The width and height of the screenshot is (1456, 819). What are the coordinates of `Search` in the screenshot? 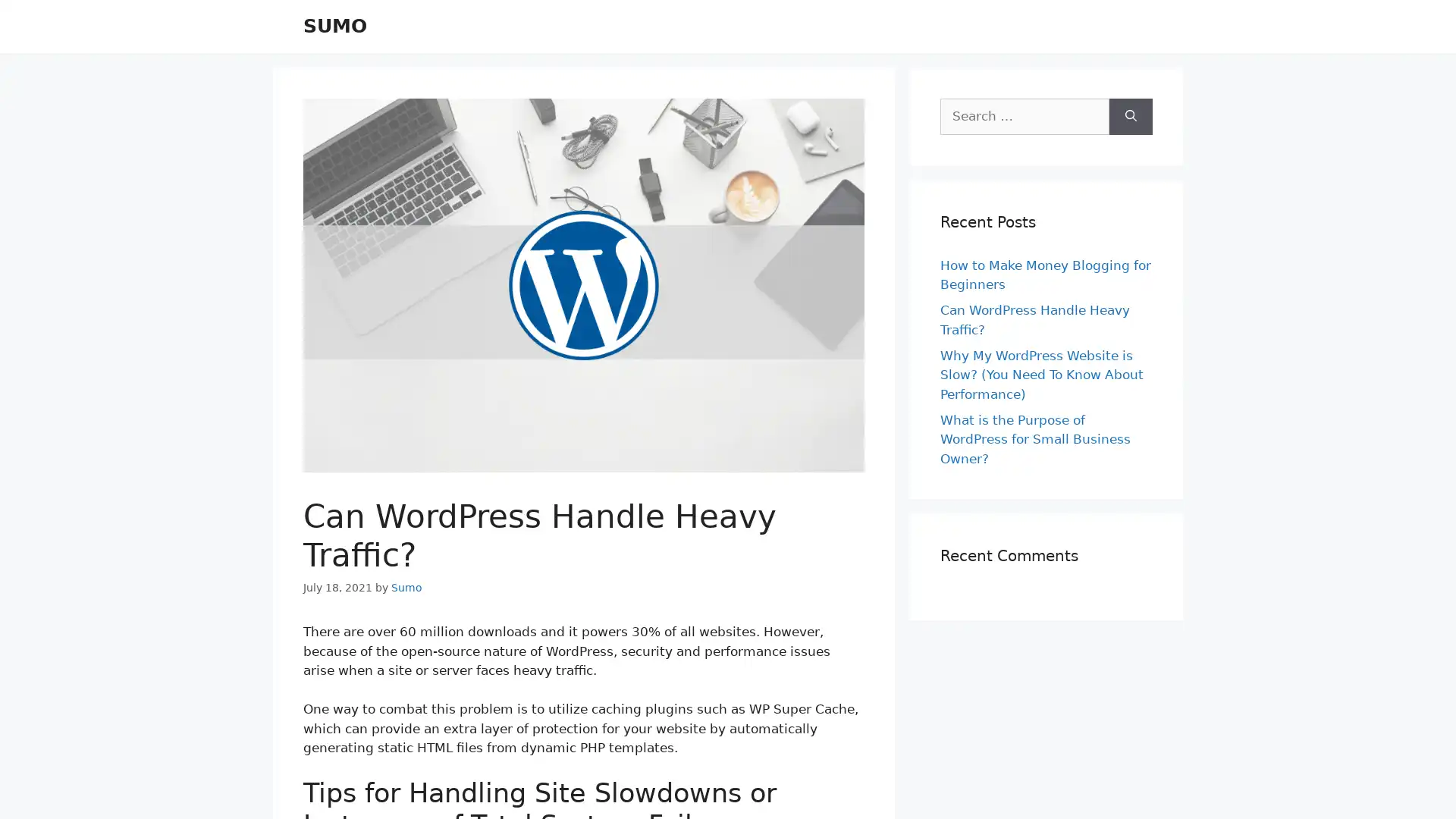 It's located at (1131, 115).